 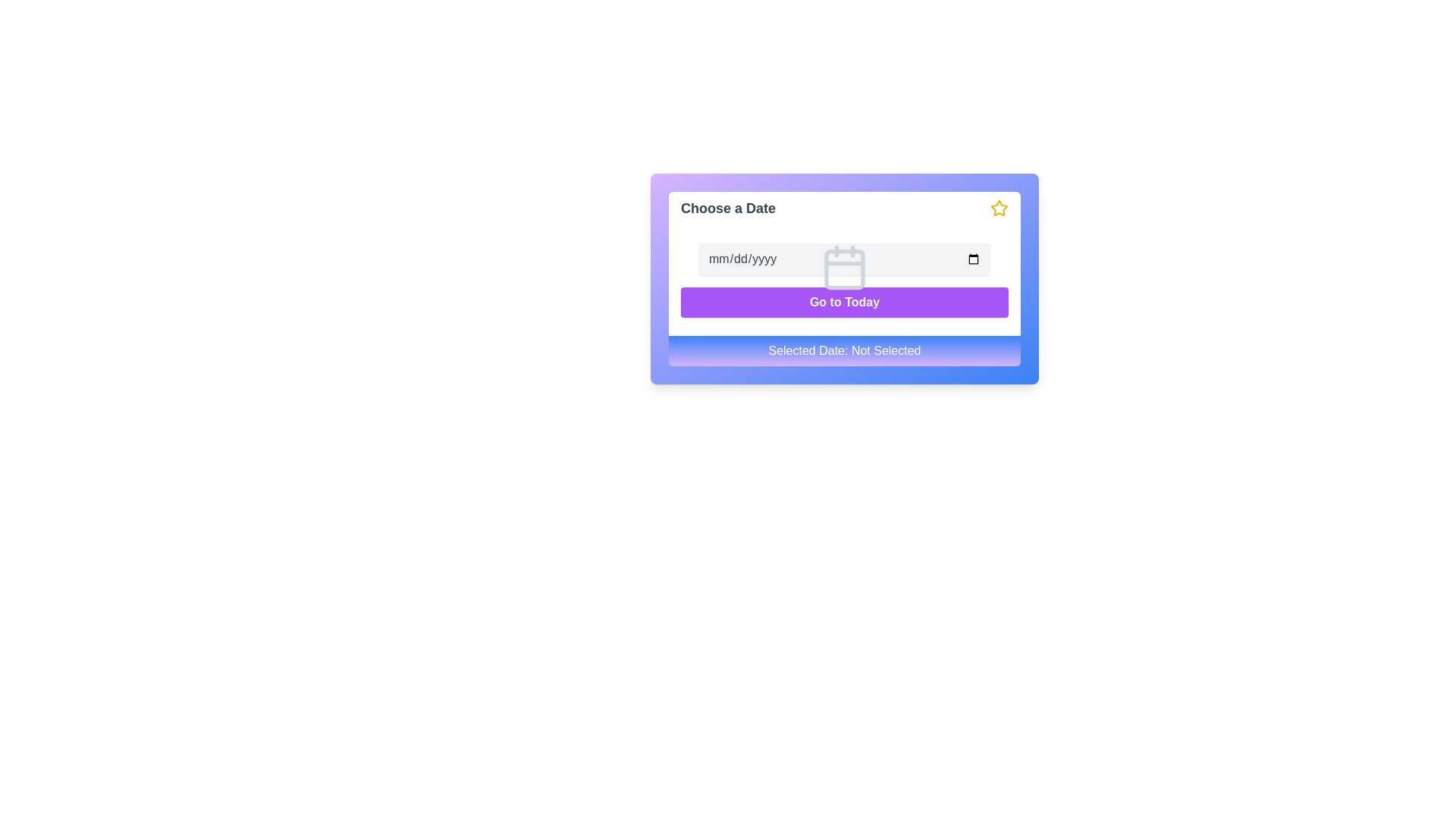 What do you see at coordinates (843, 302) in the screenshot?
I see `the 'Go to Today' button, which is styled with white text on a vibrant purple background and rounded corners, to observe its hover effects` at bounding box center [843, 302].